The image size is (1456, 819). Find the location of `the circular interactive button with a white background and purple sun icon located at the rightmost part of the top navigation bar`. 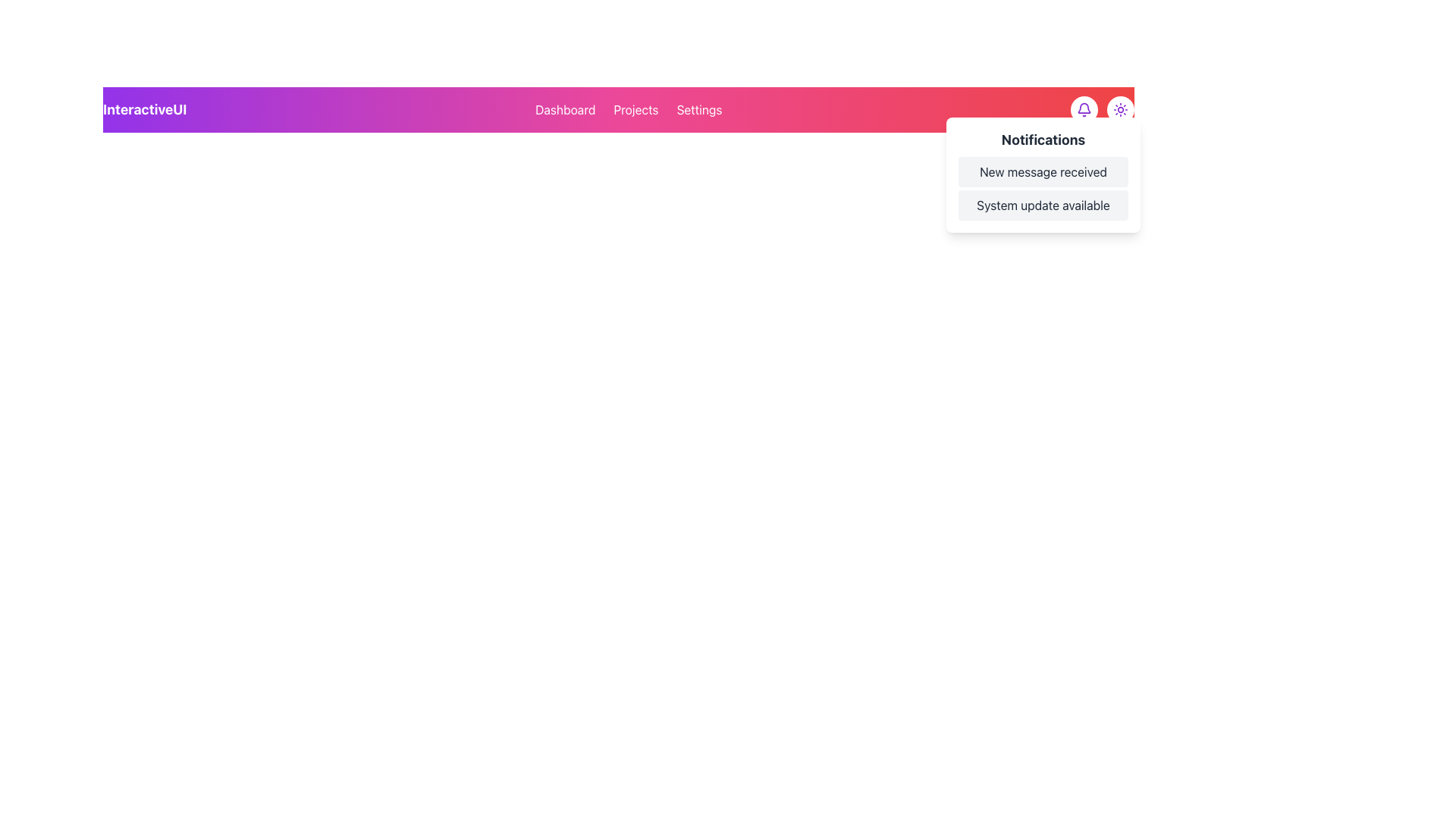

the circular interactive button with a white background and purple sun icon located at the rightmost part of the top navigation bar is located at coordinates (1121, 109).